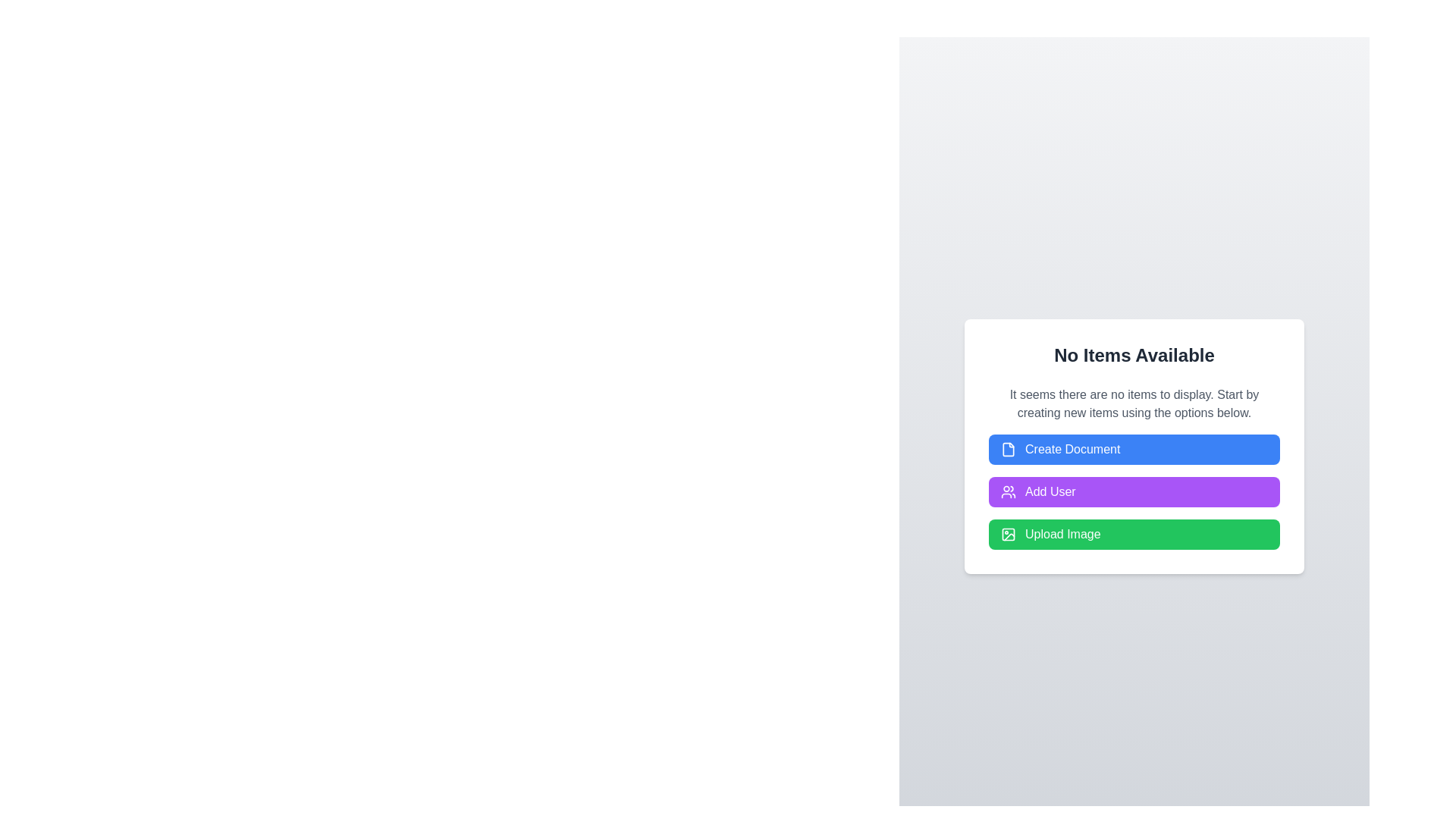  I want to click on the button for creating a new document, located within a white card, below the title 'No Items Available', so click(1134, 446).